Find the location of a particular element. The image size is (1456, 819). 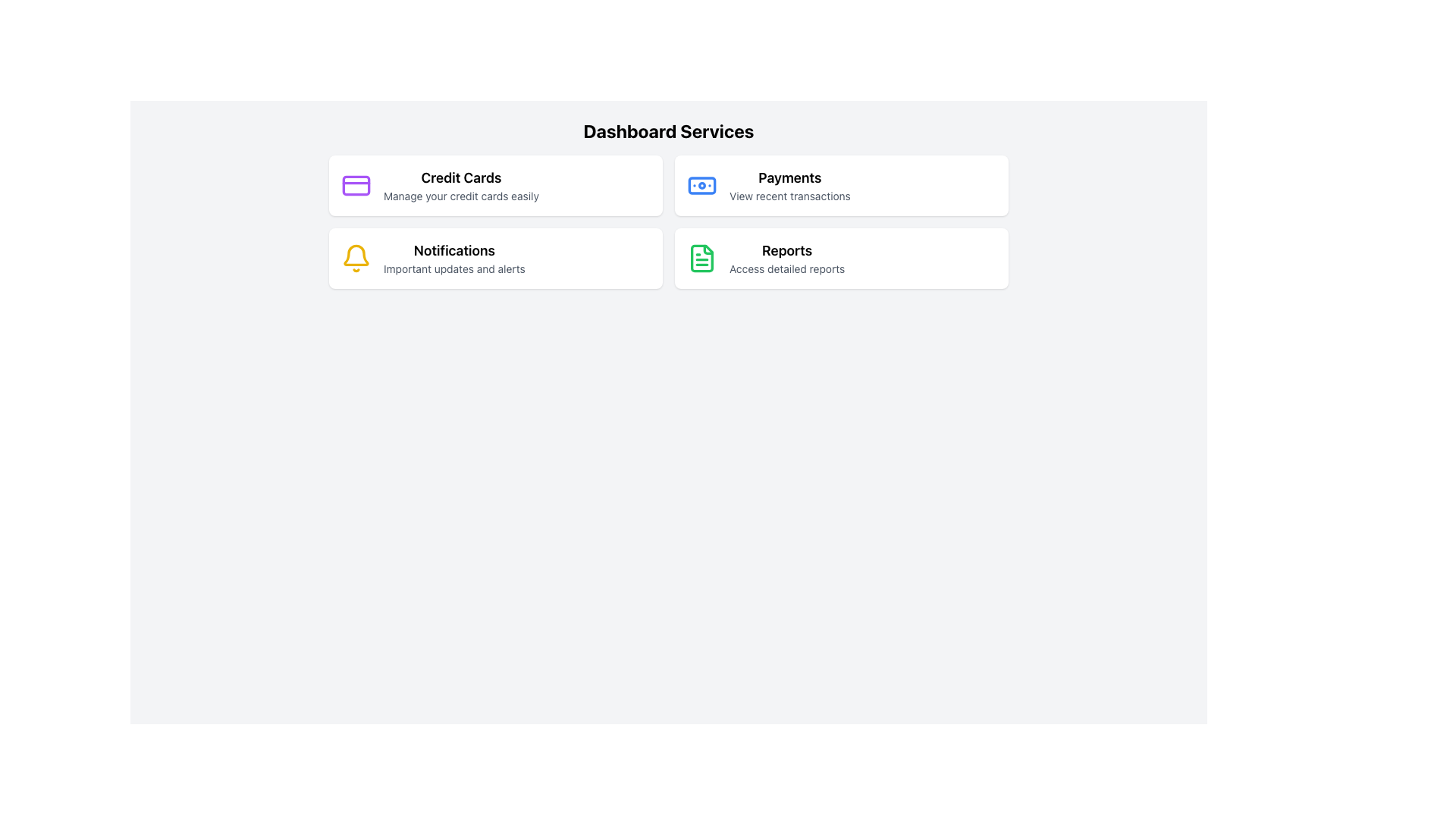

the informative text label located directly below the 'Payments' title in the top right quadrant of the dashboard is located at coordinates (789, 195).